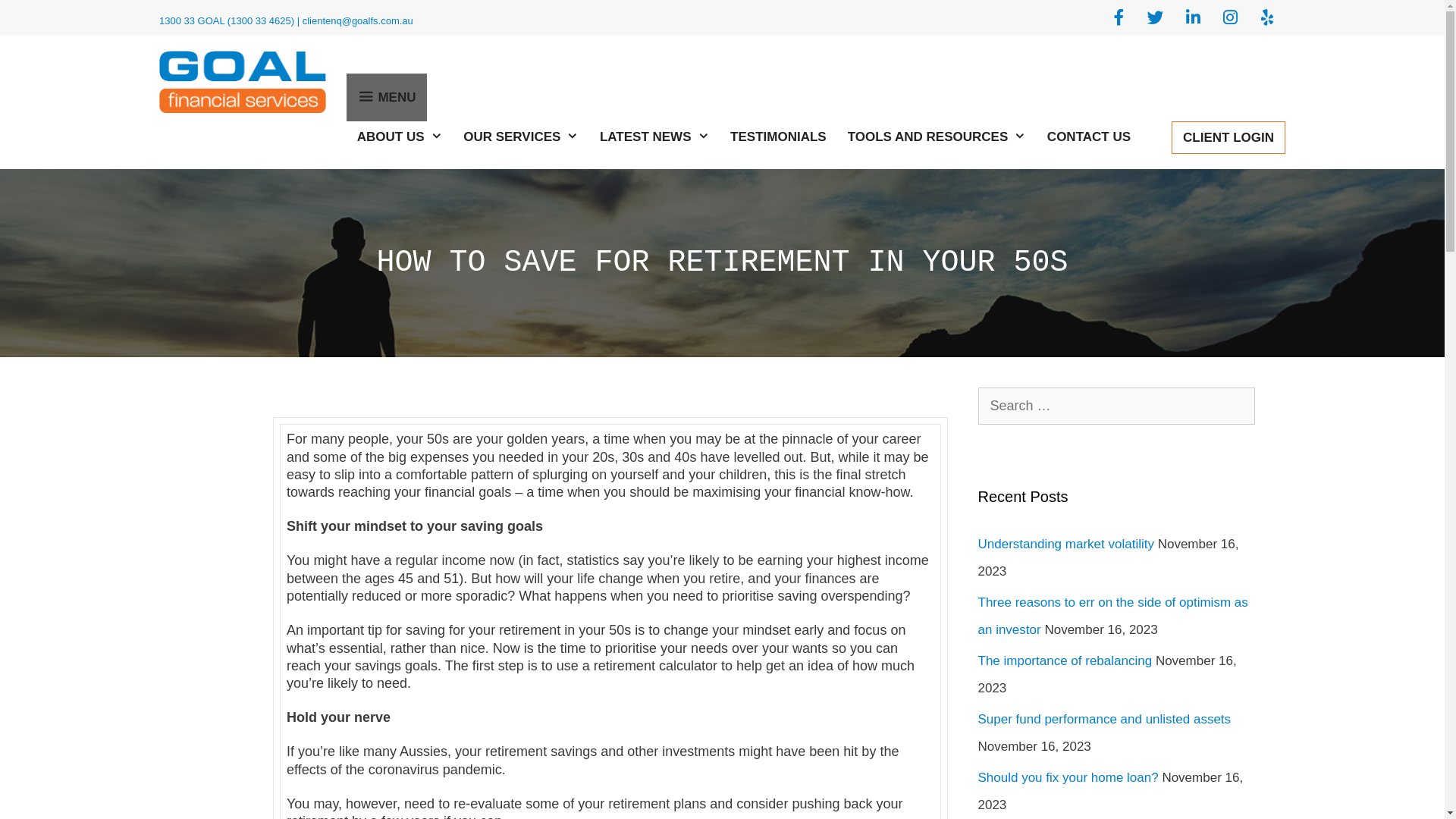 The width and height of the screenshot is (1456, 819). What do you see at coordinates (1228, 137) in the screenshot?
I see `'CLIENT LOGIN'` at bounding box center [1228, 137].